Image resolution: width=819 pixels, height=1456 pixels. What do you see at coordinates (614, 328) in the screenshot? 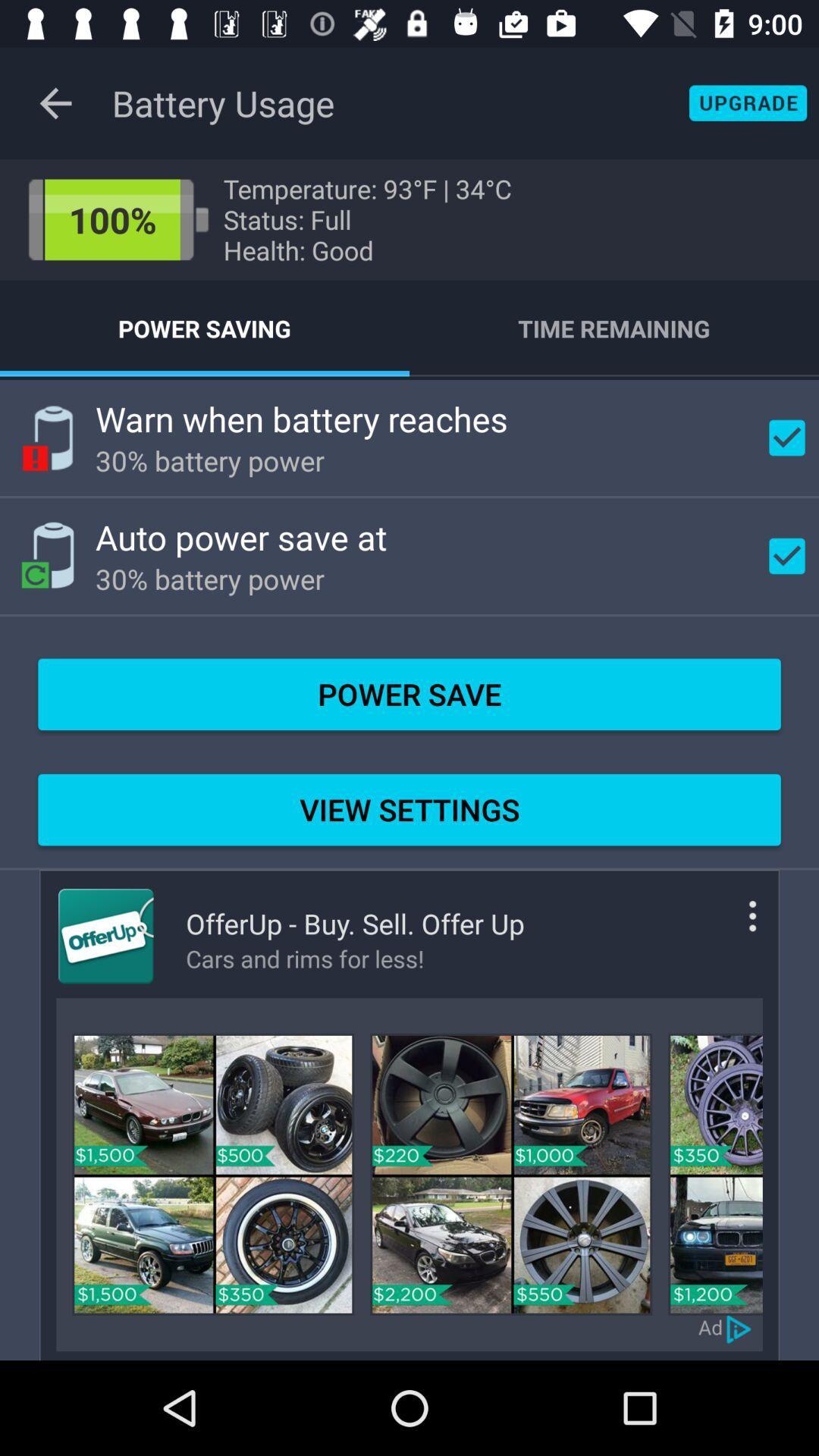
I see `time remaining icon` at bounding box center [614, 328].